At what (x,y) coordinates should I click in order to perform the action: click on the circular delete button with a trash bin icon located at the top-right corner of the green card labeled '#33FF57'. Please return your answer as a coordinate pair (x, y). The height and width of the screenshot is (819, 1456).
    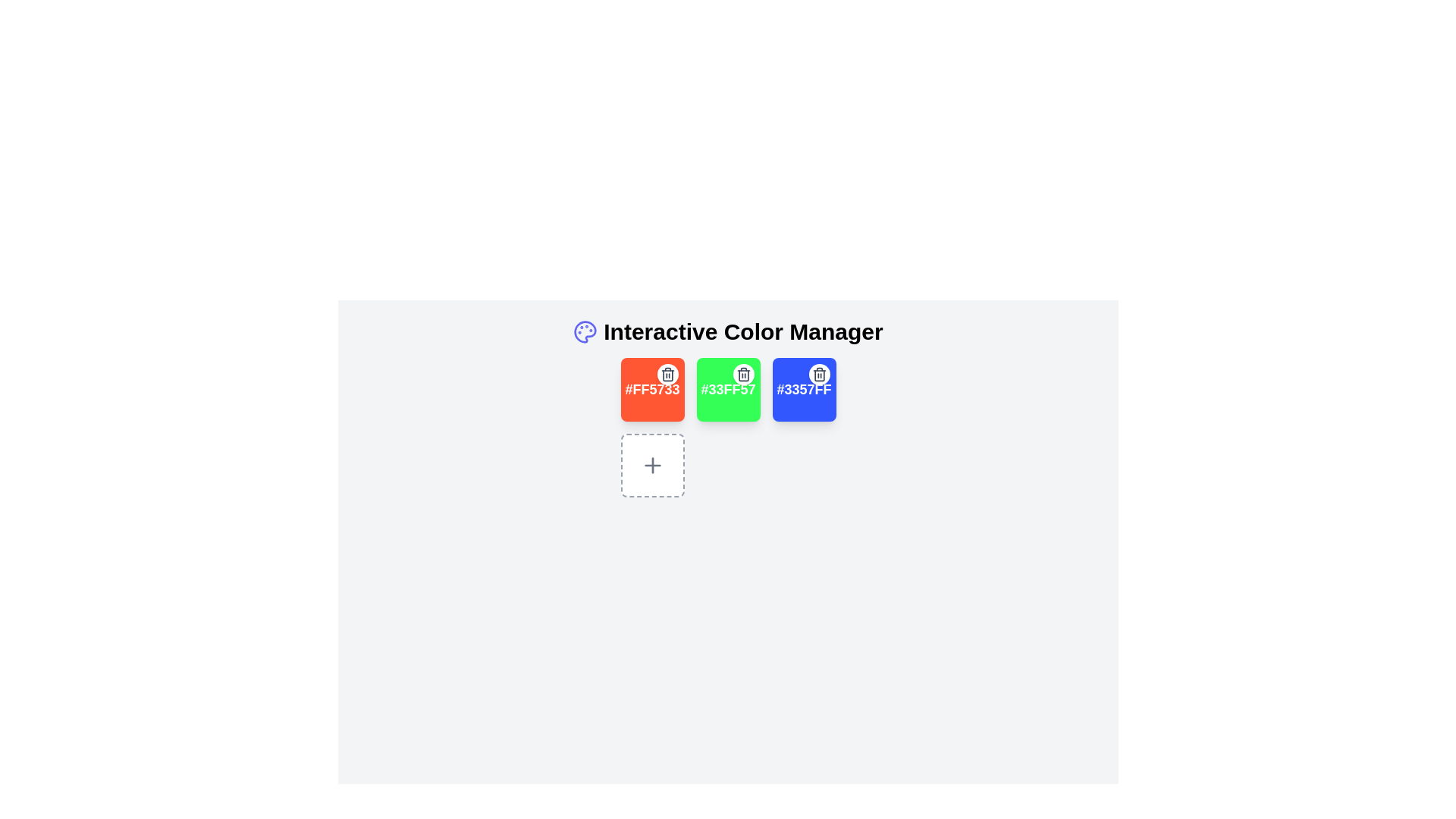
    Looking at the image, I should click on (743, 374).